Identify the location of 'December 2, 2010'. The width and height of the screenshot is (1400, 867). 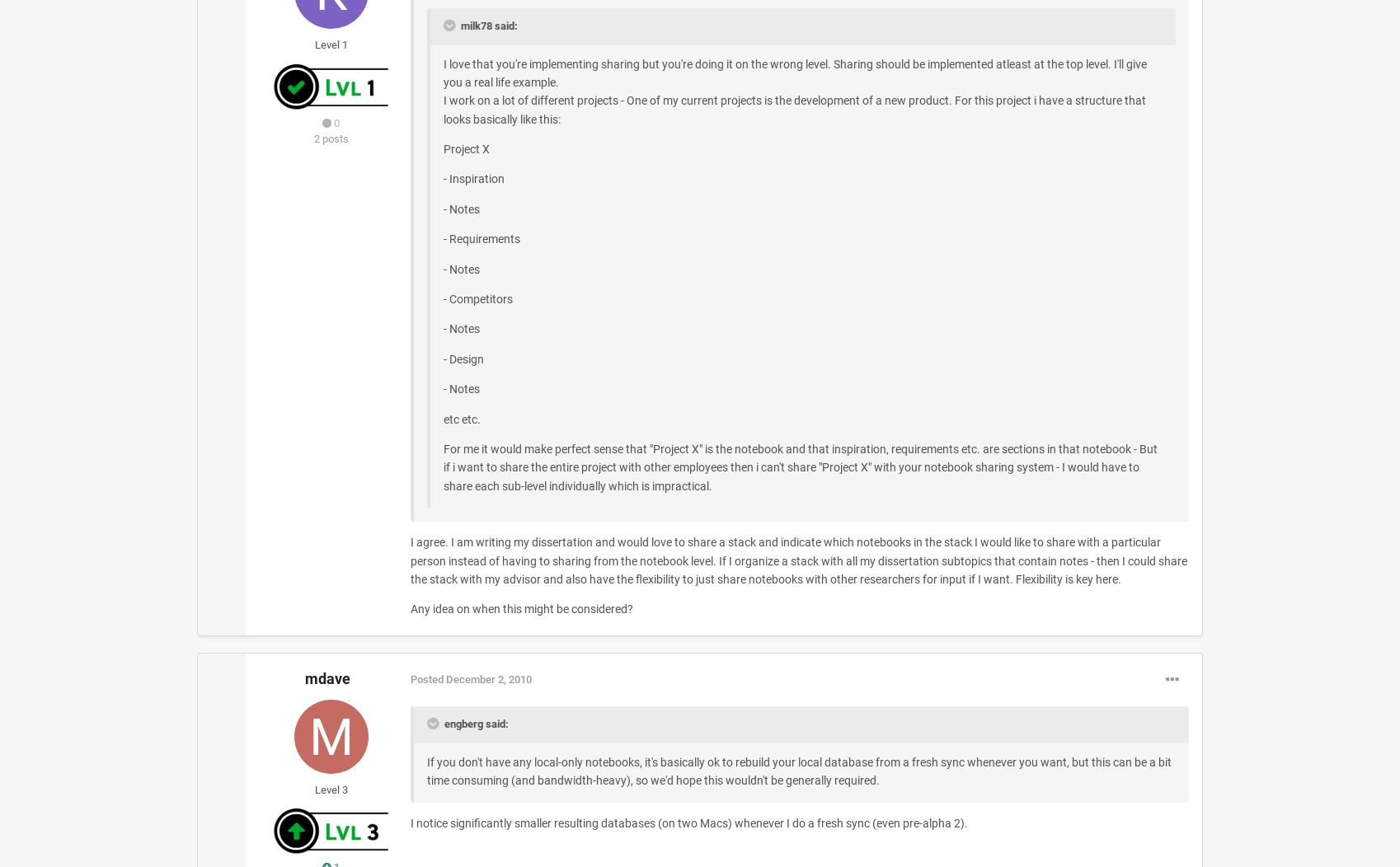
(487, 678).